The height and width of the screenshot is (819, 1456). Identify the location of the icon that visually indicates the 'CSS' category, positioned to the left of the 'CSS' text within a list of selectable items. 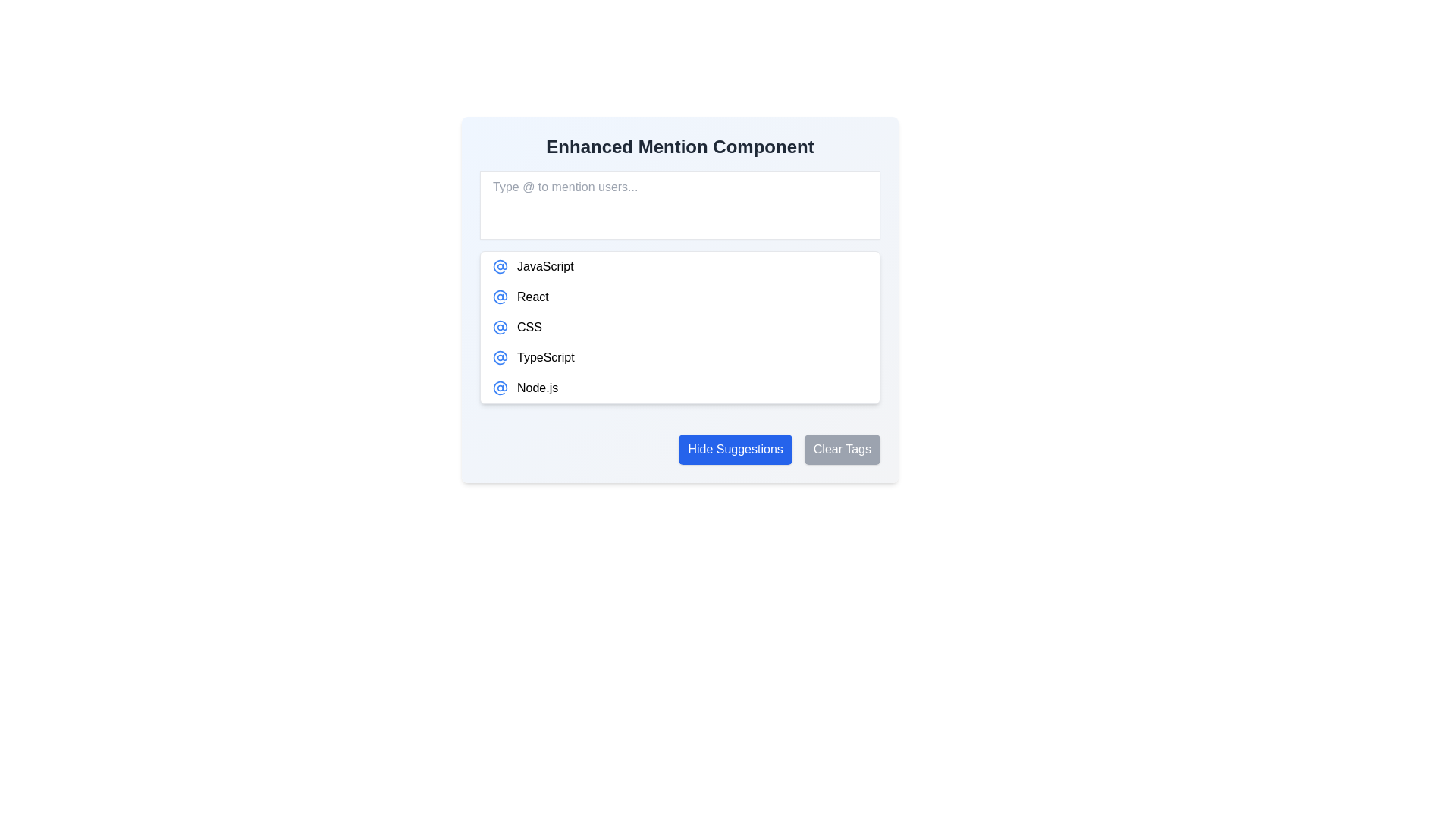
(500, 327).